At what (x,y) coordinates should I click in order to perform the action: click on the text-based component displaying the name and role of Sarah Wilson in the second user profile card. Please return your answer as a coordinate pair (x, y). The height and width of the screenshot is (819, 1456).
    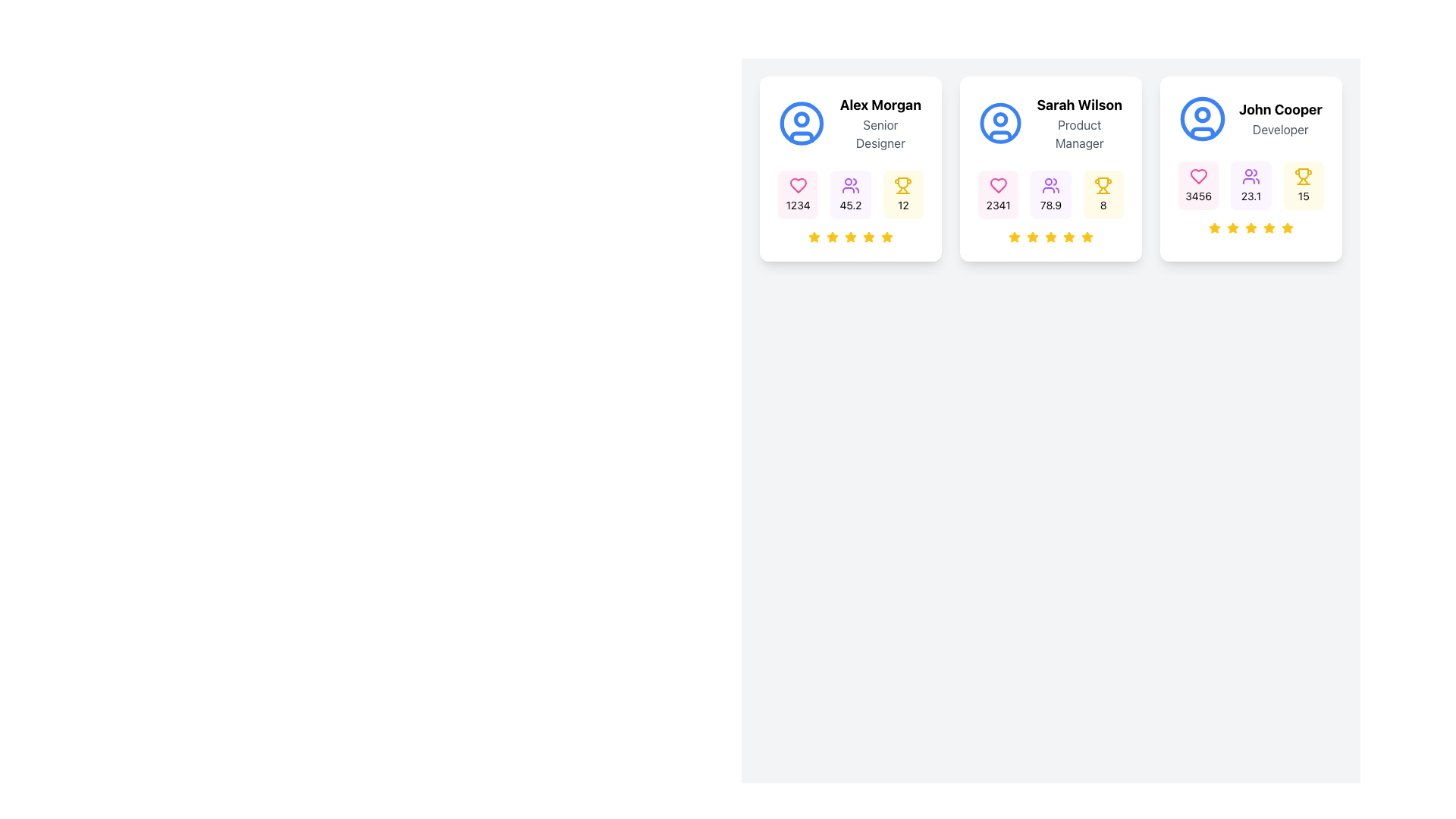
    Looking at the image, I should click on (1050, 122).